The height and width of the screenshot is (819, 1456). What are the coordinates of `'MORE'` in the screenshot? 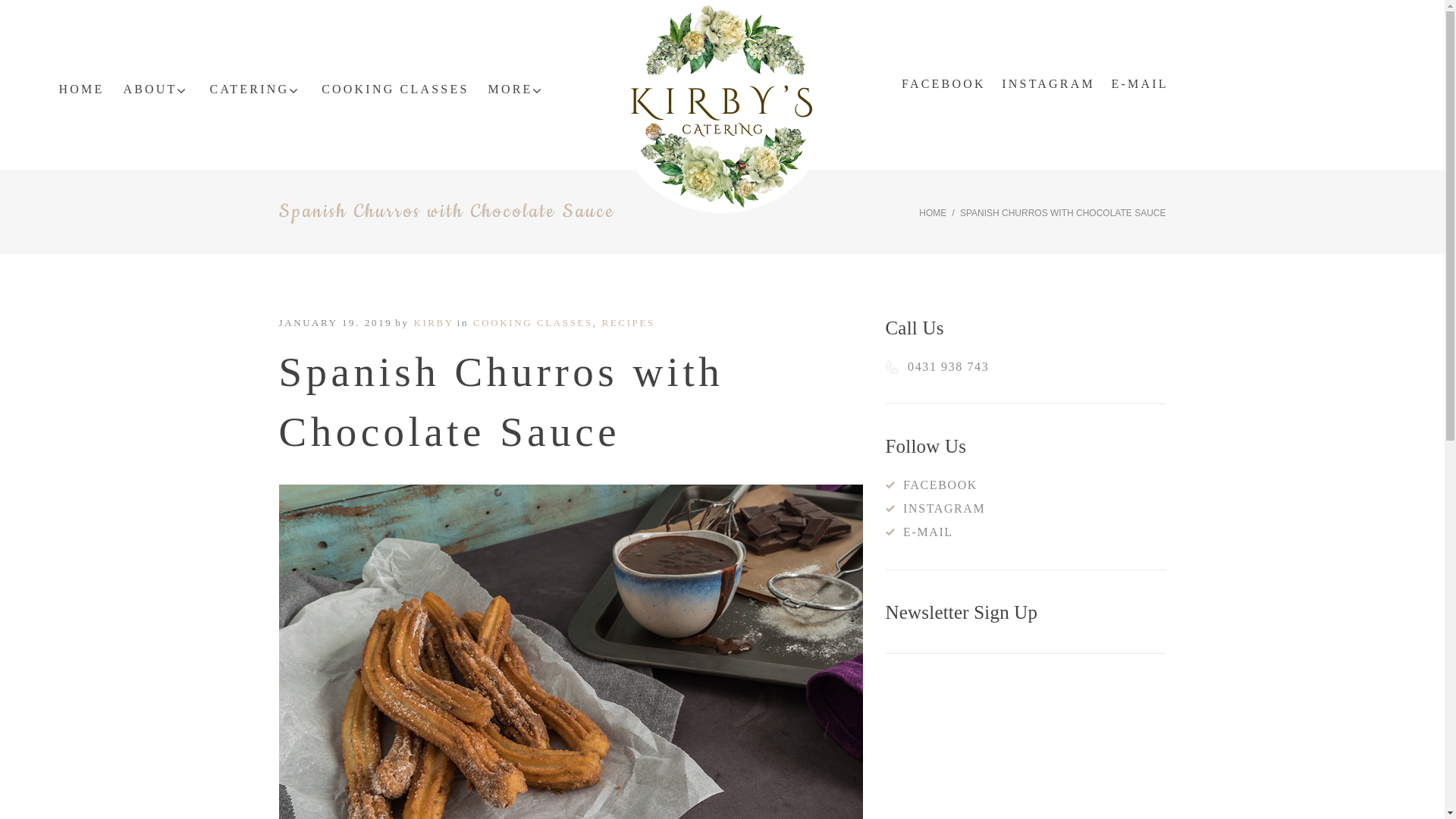 It's located at (488, 89).